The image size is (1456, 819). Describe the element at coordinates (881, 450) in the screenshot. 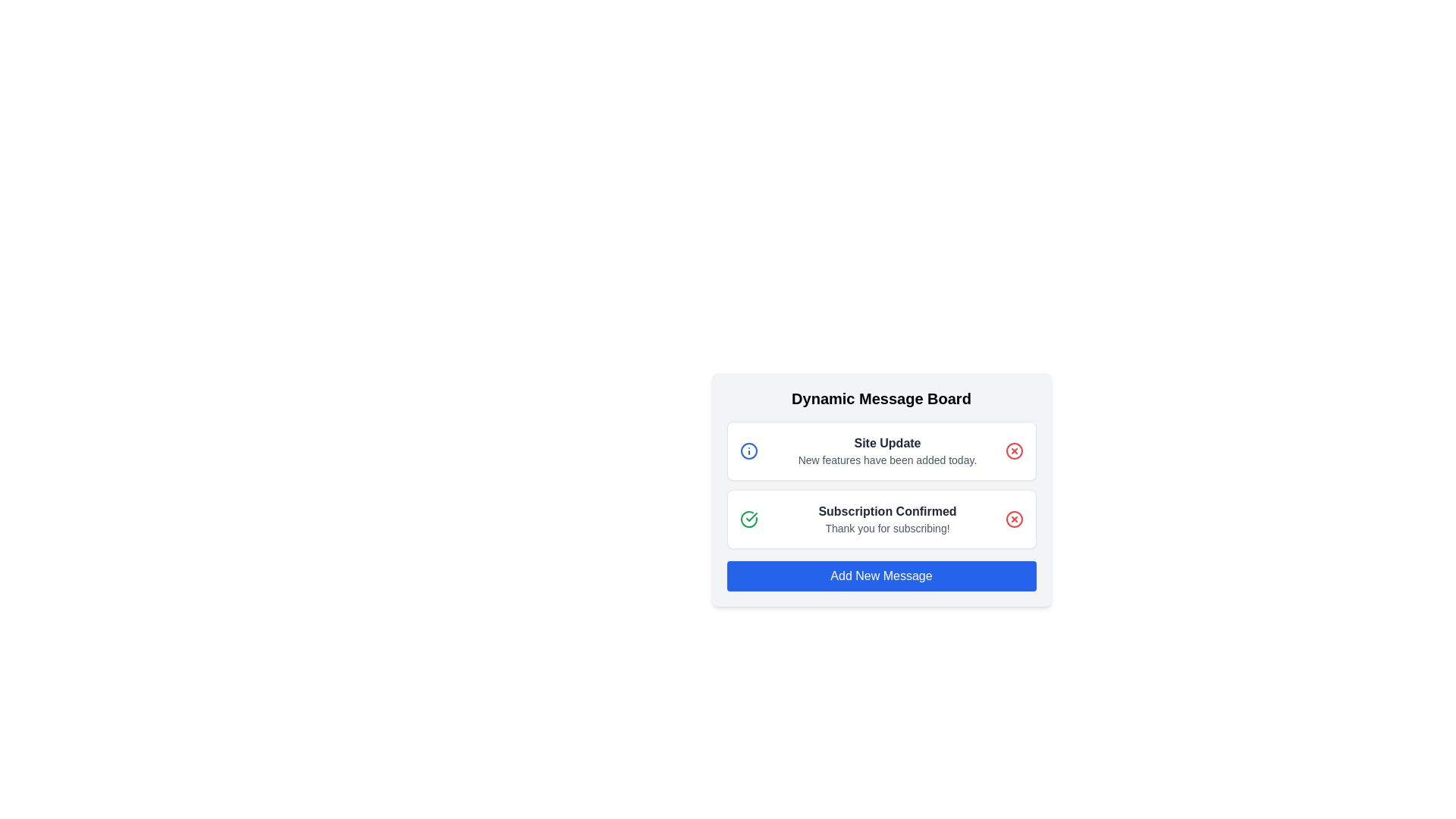

I see `the first notification box in the 'Dynamic Message Board', which provides updates about new features and includes a close button` at that location.